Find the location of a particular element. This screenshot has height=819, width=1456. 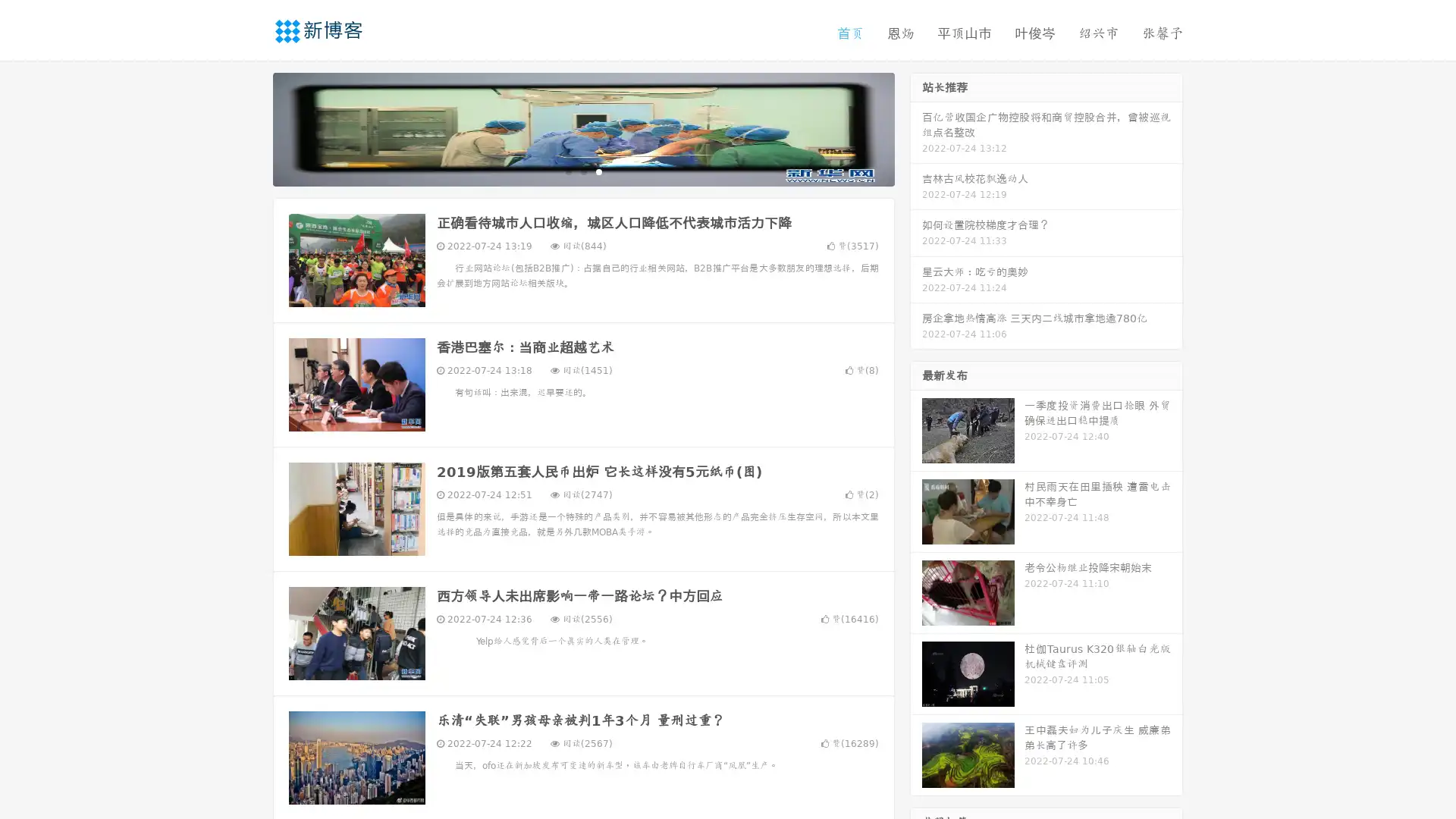

Go to slide 3 is located at coordinates (598, 171).